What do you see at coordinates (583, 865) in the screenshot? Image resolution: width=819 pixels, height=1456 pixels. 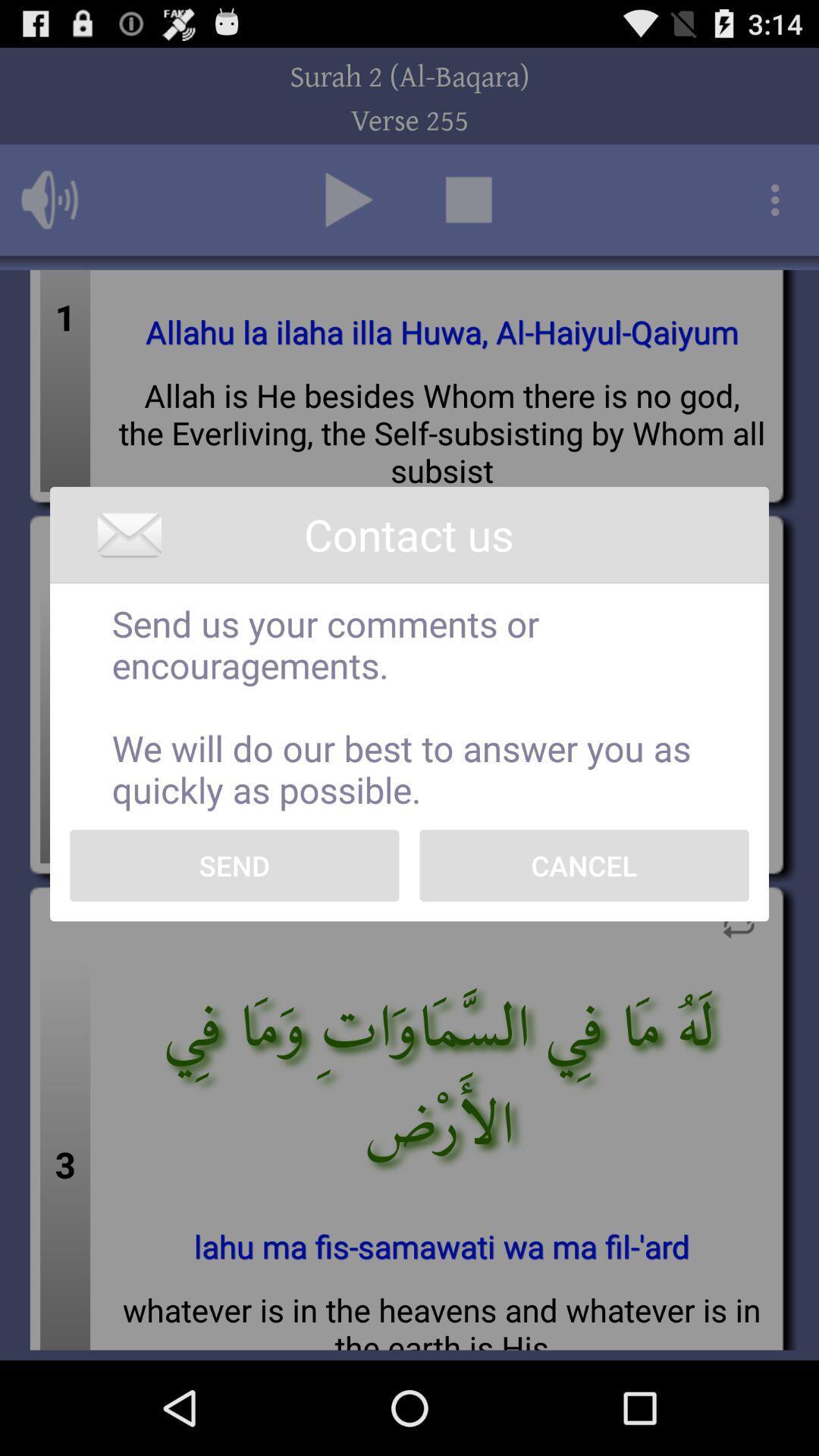 I see `icon on the right` at bounding box center [583, 865].